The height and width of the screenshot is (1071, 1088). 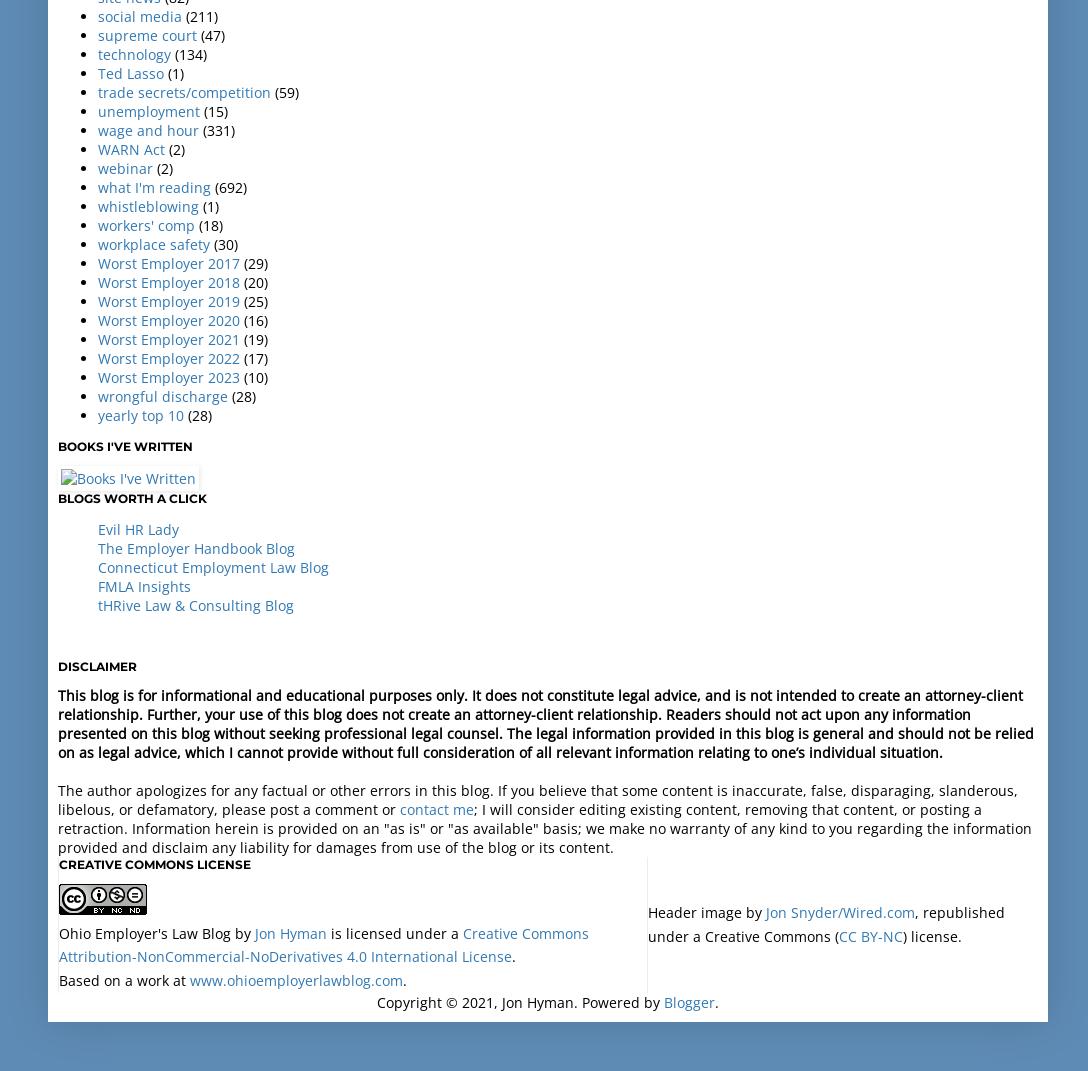 I want to click on '(47)', so click(x=212, y=33).